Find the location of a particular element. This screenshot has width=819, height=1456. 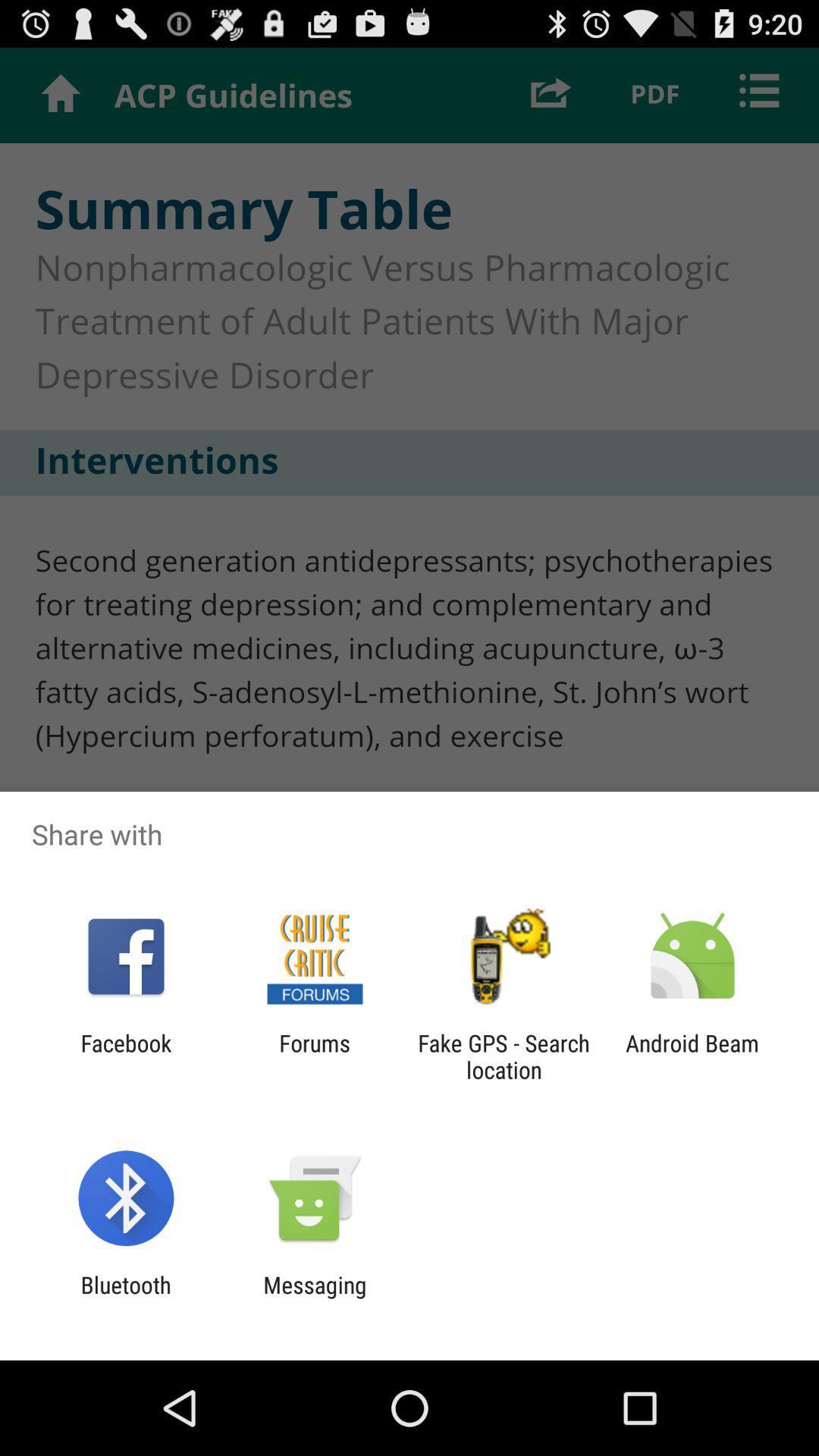

the icon to the left of fake gps search item is located at coordinates (314, 1056).